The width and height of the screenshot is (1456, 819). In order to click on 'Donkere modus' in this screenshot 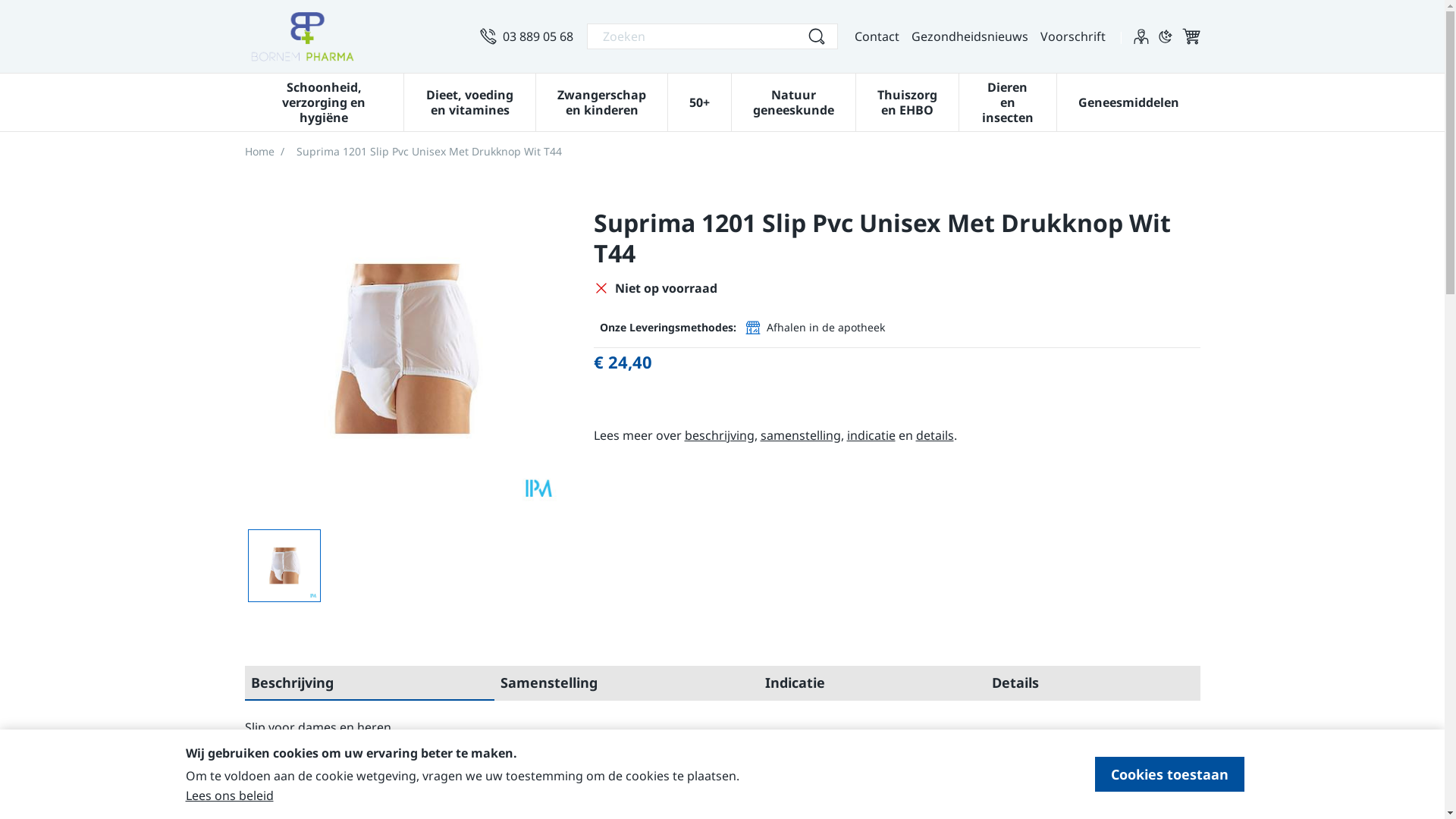, I will do `click(1164, 35)`.